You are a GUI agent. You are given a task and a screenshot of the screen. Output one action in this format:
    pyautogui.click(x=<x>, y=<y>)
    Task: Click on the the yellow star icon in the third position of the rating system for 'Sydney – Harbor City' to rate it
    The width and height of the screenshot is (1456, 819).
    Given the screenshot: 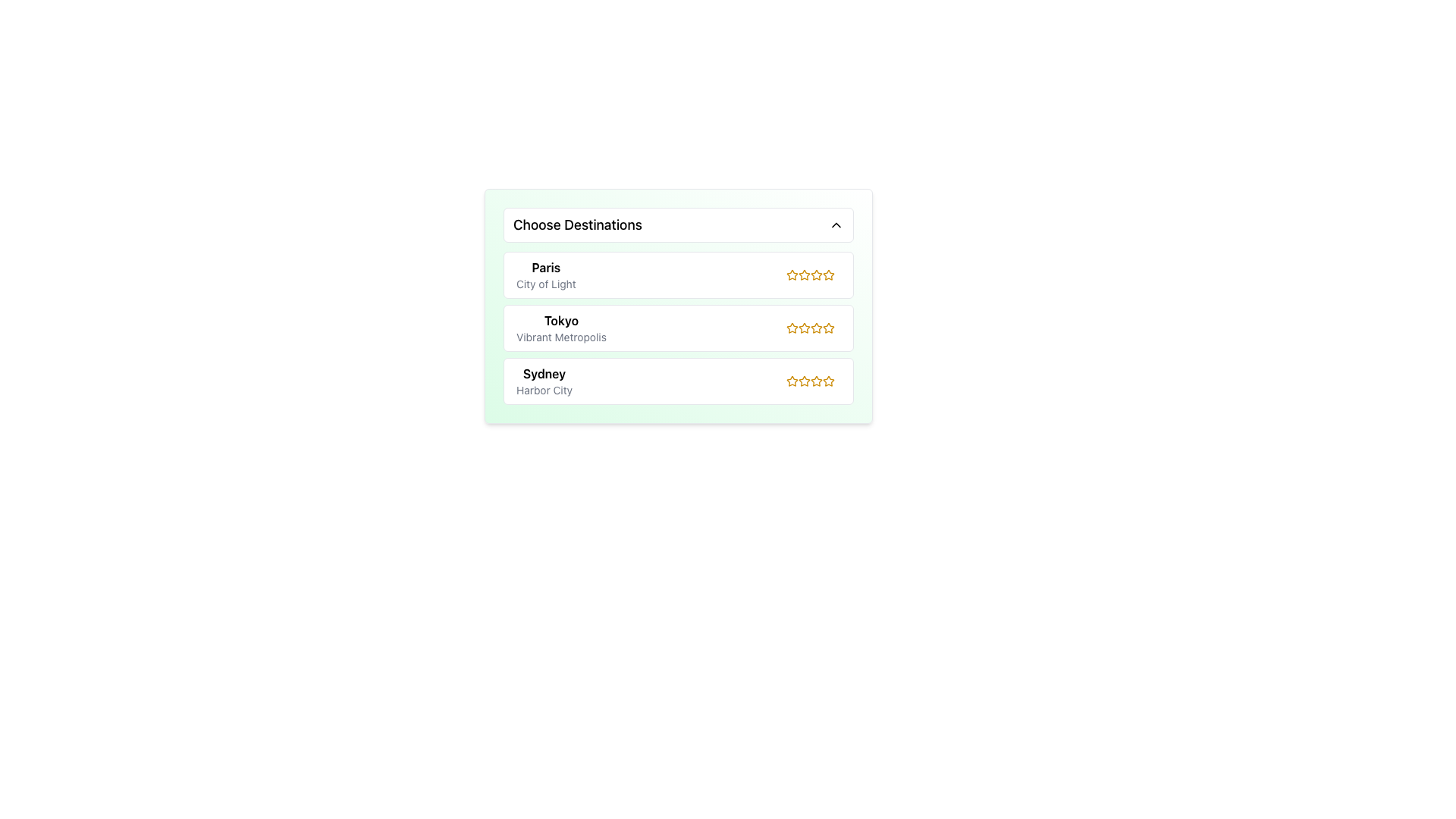 What is the action you would take?
    pyautogui.click(x=810, y=380)
    